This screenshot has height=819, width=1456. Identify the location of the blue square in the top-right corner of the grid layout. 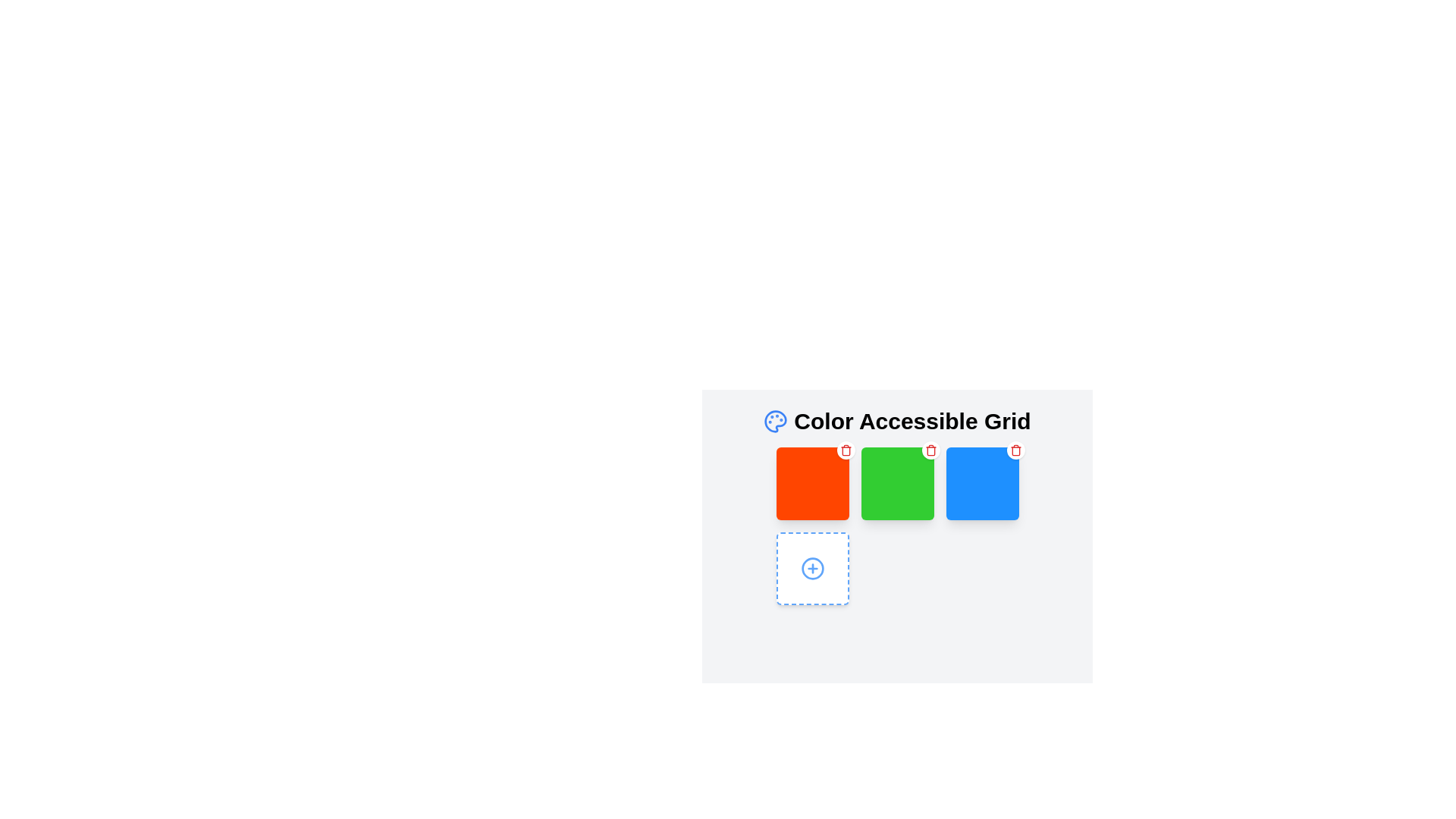
(982, 483).